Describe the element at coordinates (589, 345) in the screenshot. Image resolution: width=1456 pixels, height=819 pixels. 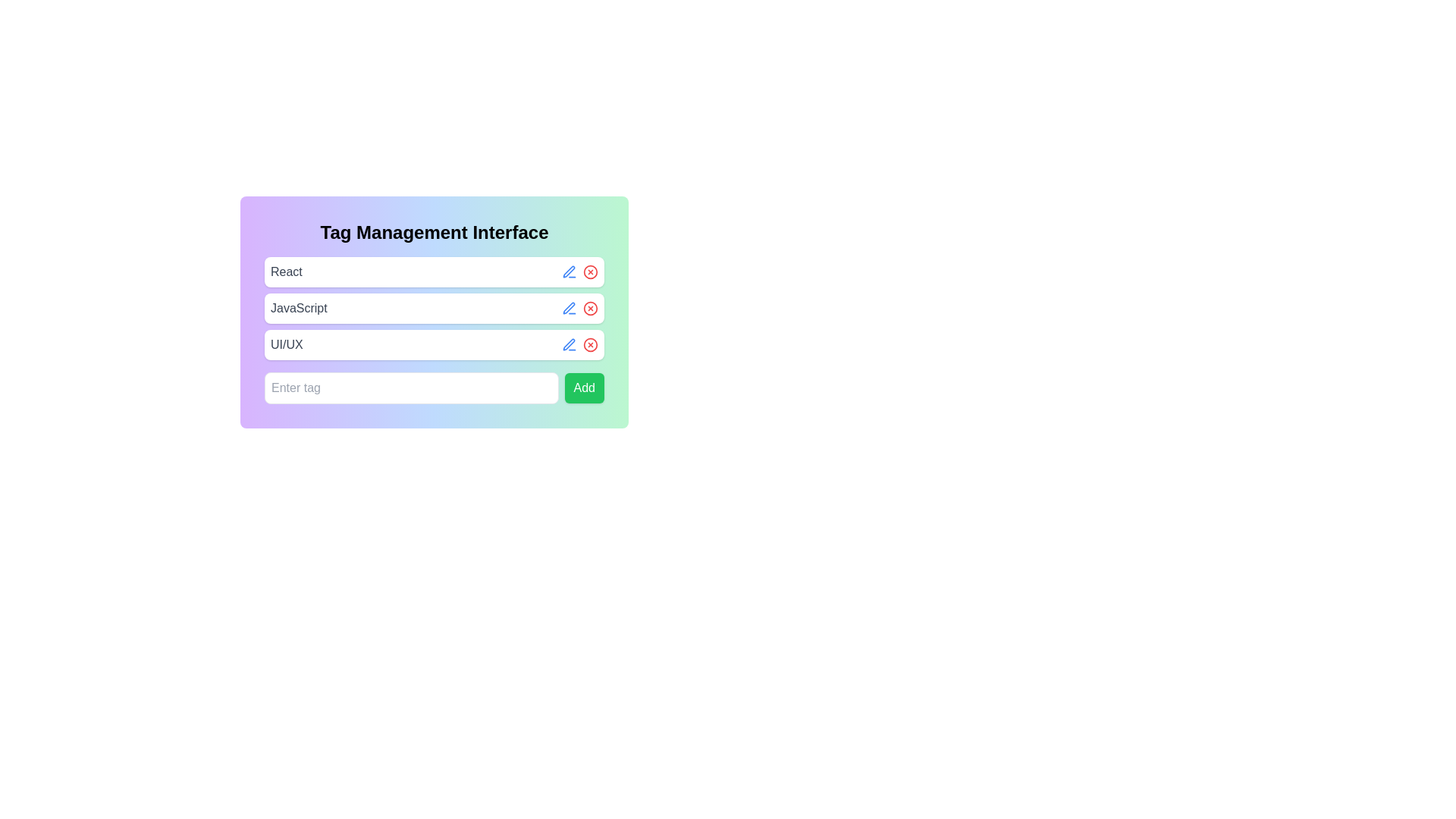
I see `the third interactive button that closes or removes the associated tag or entry` at that location.